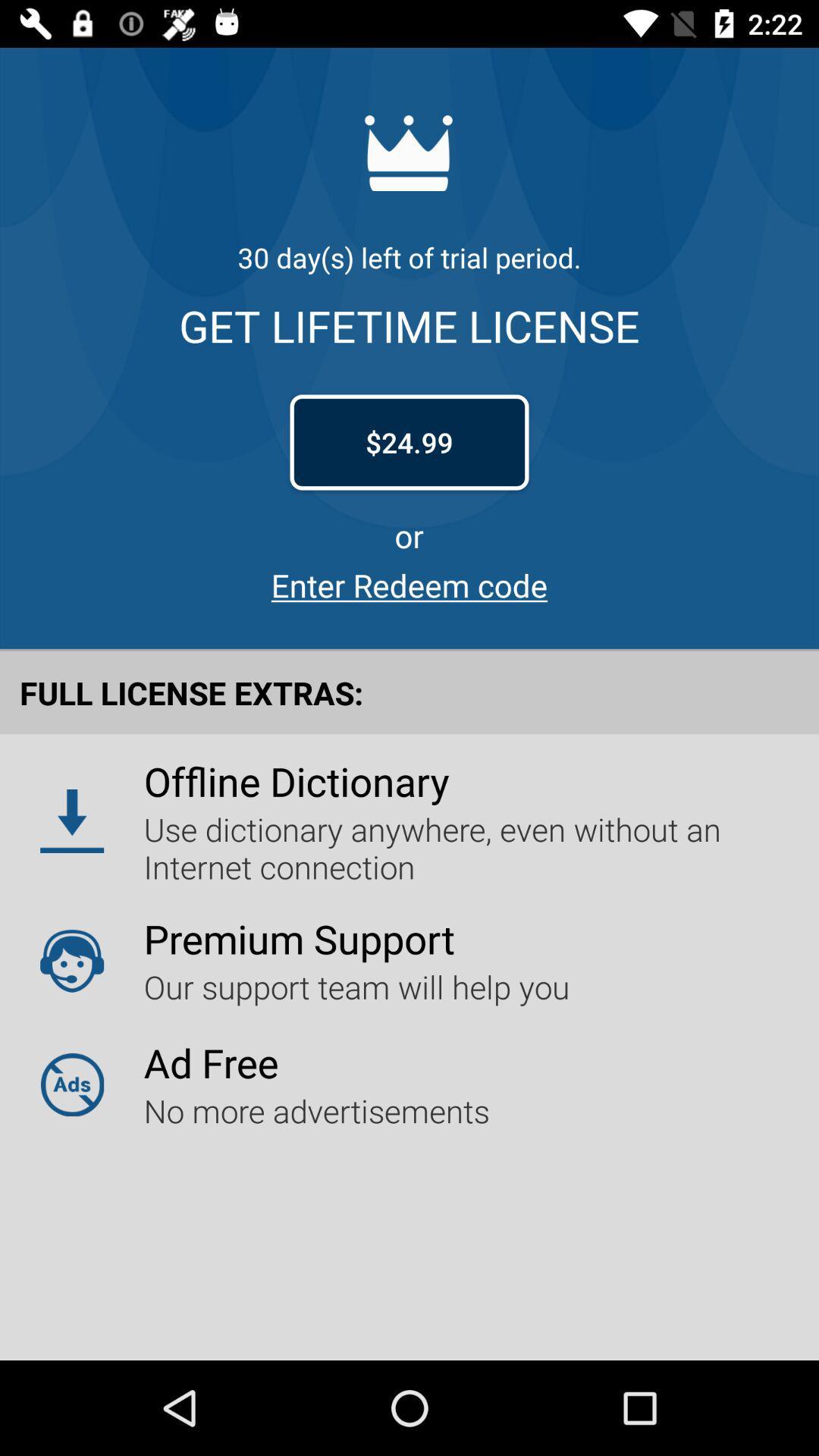 The image size is (819, 1456). What do you see at coordinates (409, 441) in the screenshot?
I see `icon above or item` at bounding box center [409, 441].